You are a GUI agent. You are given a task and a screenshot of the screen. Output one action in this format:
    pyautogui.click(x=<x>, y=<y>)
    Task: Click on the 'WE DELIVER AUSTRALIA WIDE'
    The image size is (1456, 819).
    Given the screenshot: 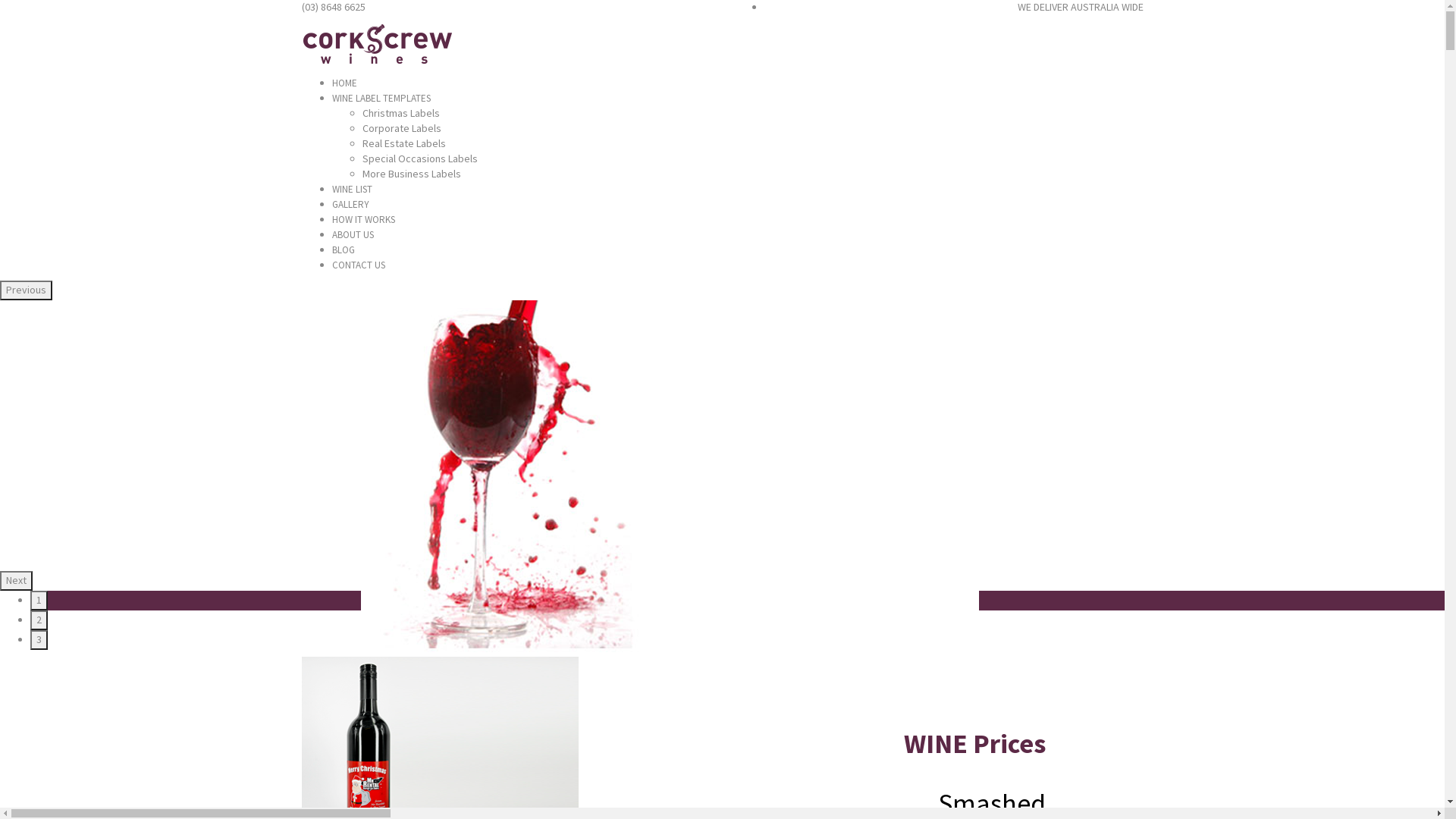 What is the action you would take?
    pyautogui.click(x=1080, y=6)
    